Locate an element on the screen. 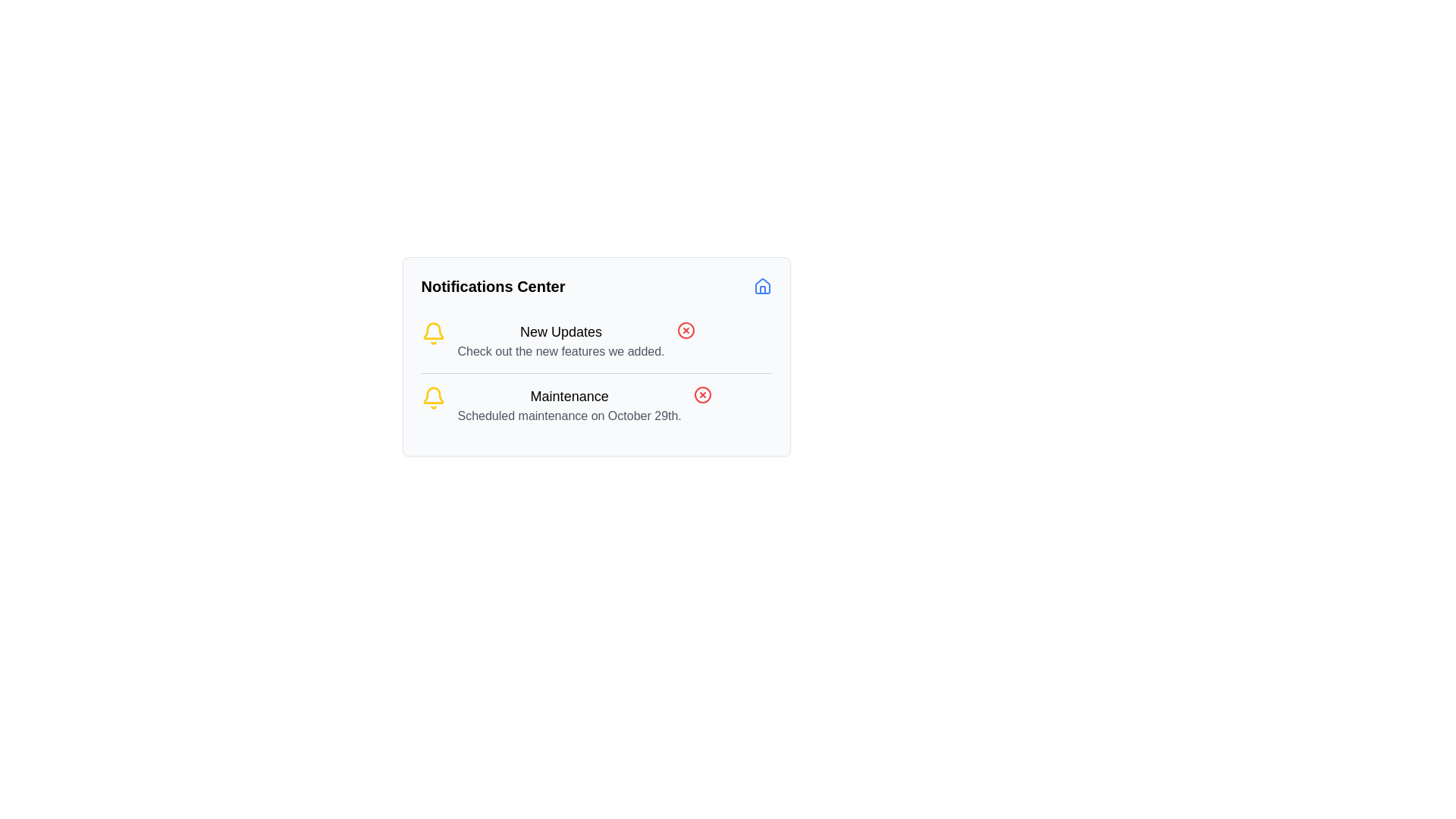 The image size is (1456, 819). the bell icon with a yellow outline and transparent fill, which is located at the beginning of the 'New Updates' section in the notification card is located at coordinates (432, 332).